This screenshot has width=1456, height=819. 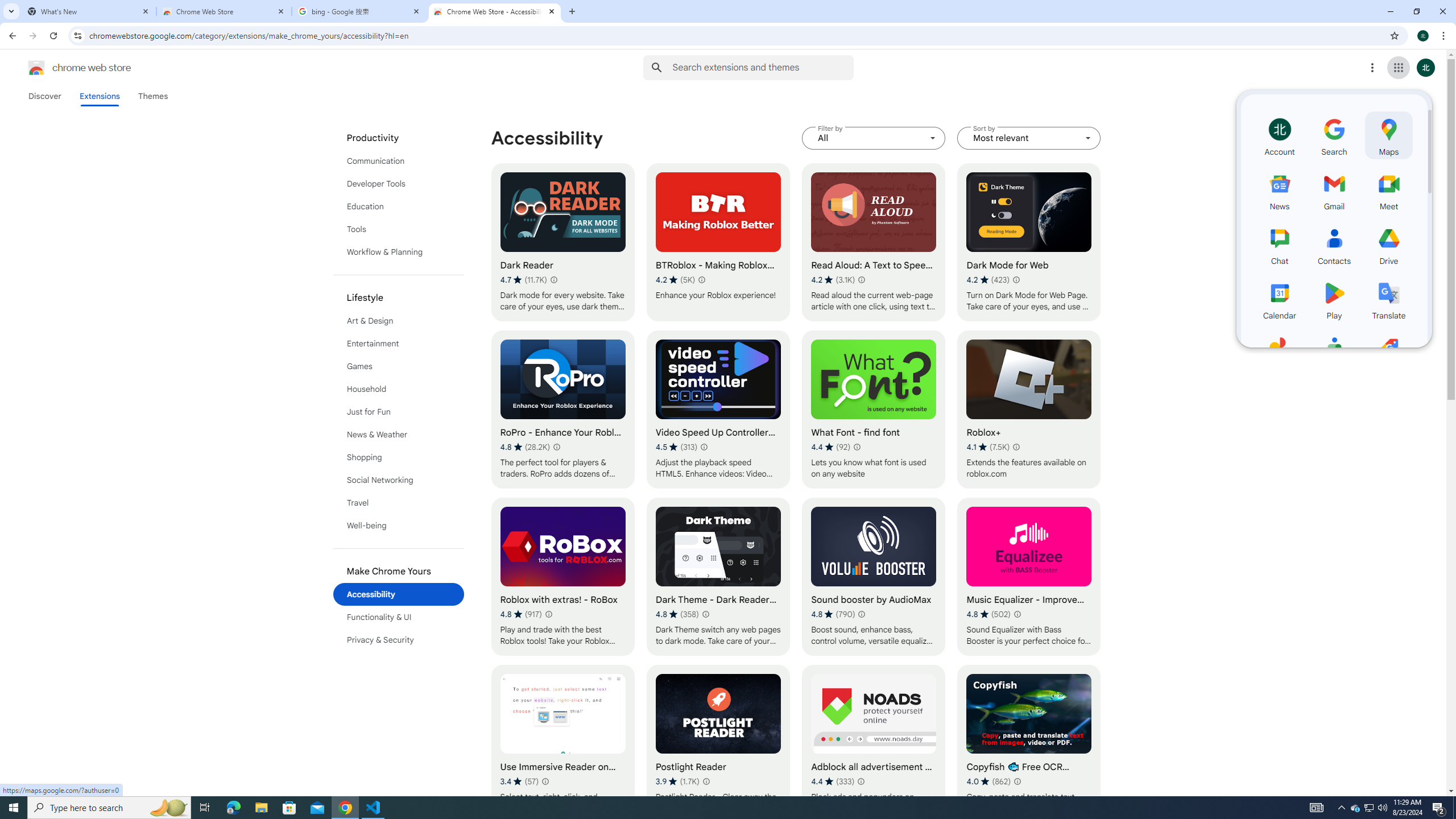 What do you see at coordinates (520, 614) in the screenshot?
I see `'Average rating 4.8 out of 5 stars. 917 ratings.'` at bounding box center [520, 614].